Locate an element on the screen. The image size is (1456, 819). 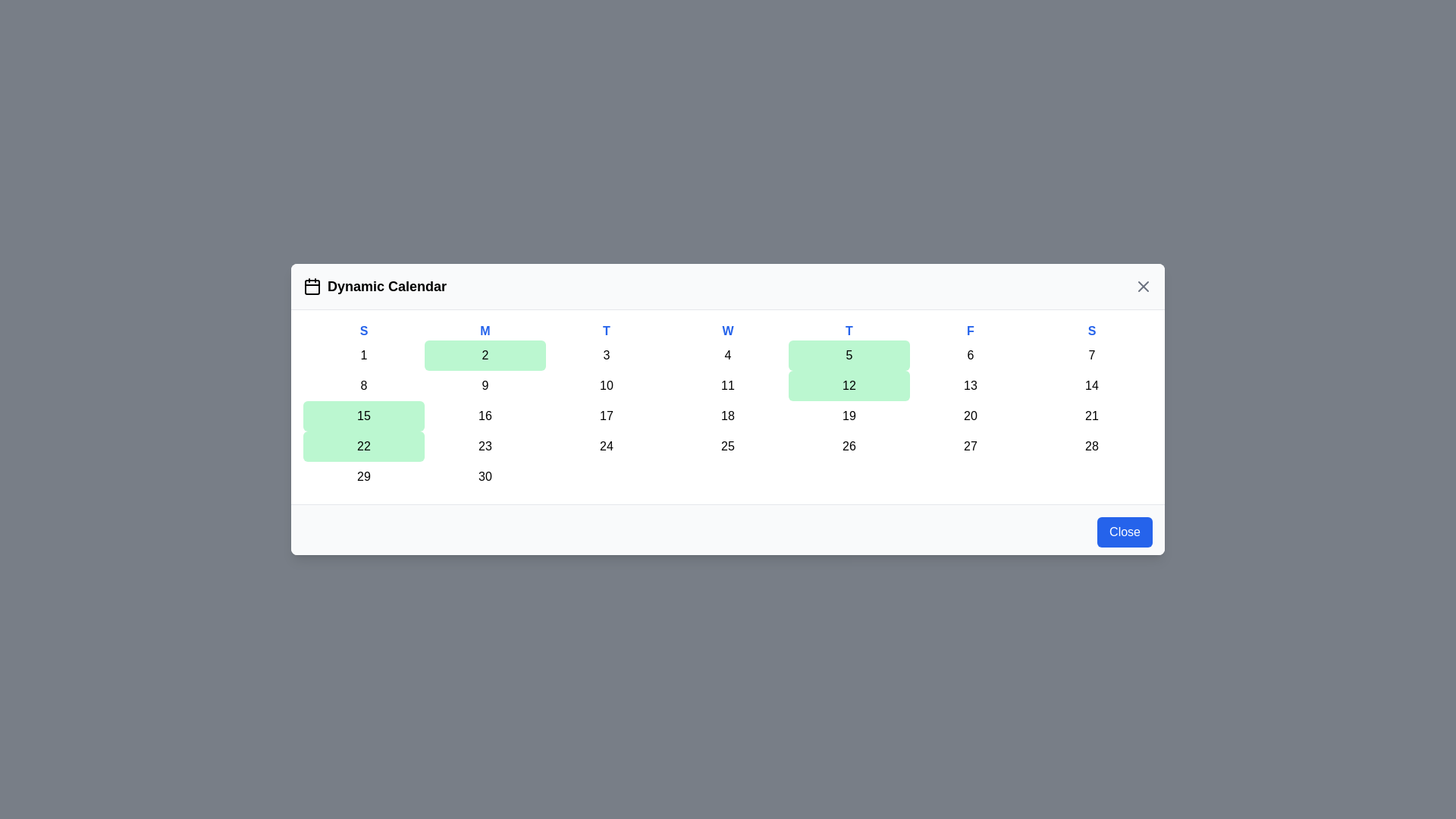
the day cell corresponding to 26 is located at coordinates (848, 446).